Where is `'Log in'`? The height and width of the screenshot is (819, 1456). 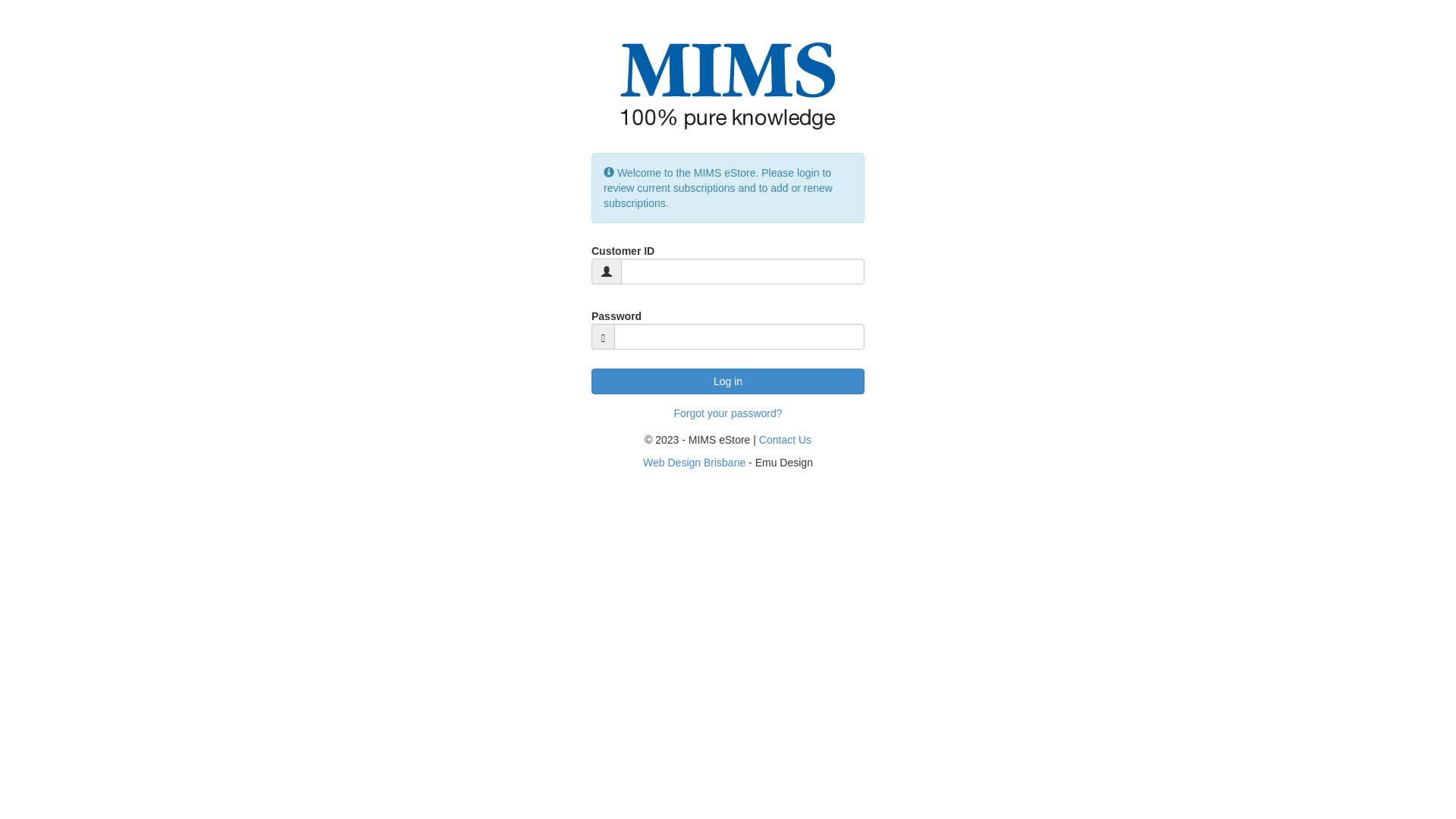 'Log in' is located at coordinates (728, 380).